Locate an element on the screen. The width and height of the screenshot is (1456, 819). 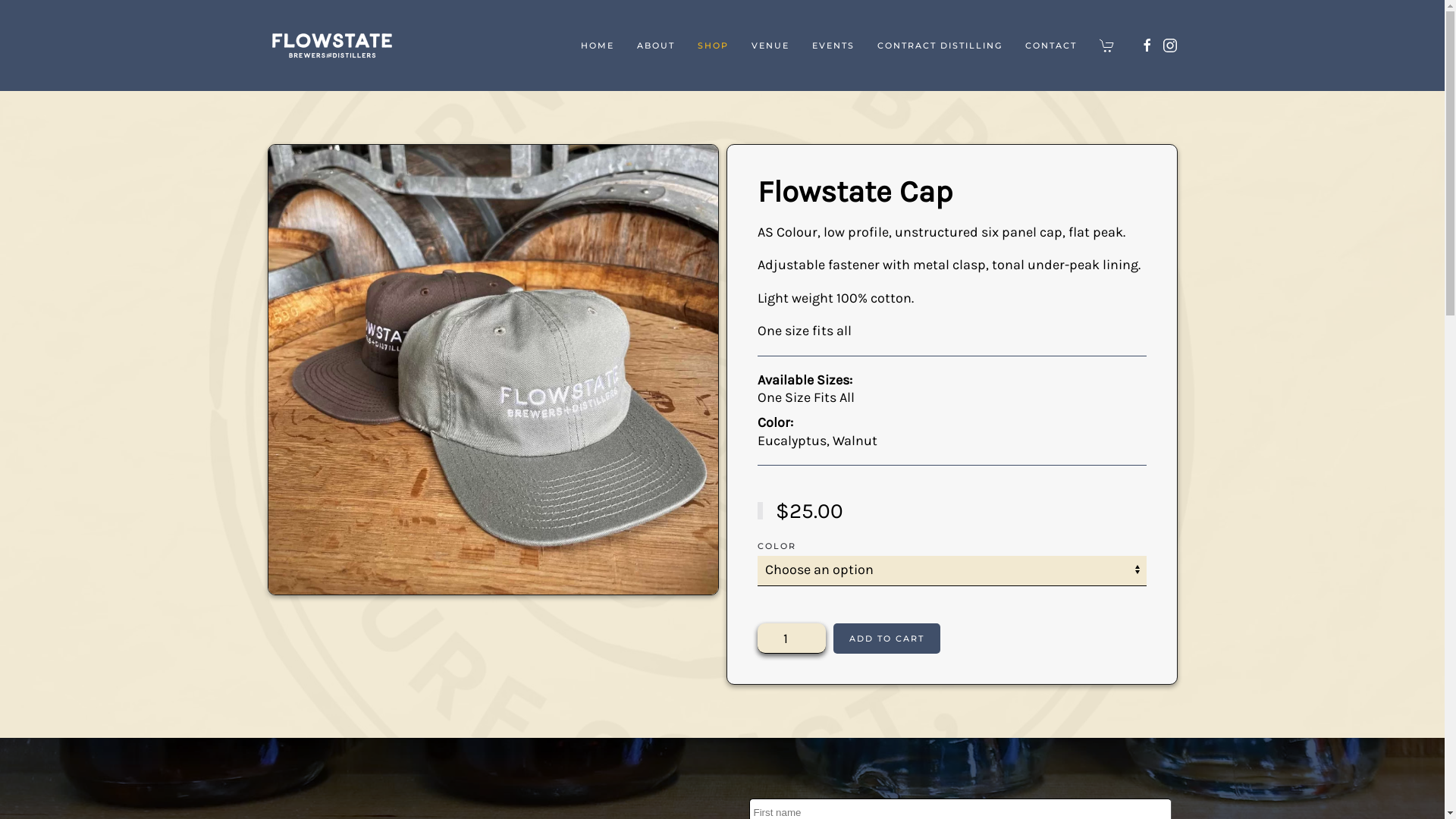
'CONTACT' is located at coordinates (1050, 45).